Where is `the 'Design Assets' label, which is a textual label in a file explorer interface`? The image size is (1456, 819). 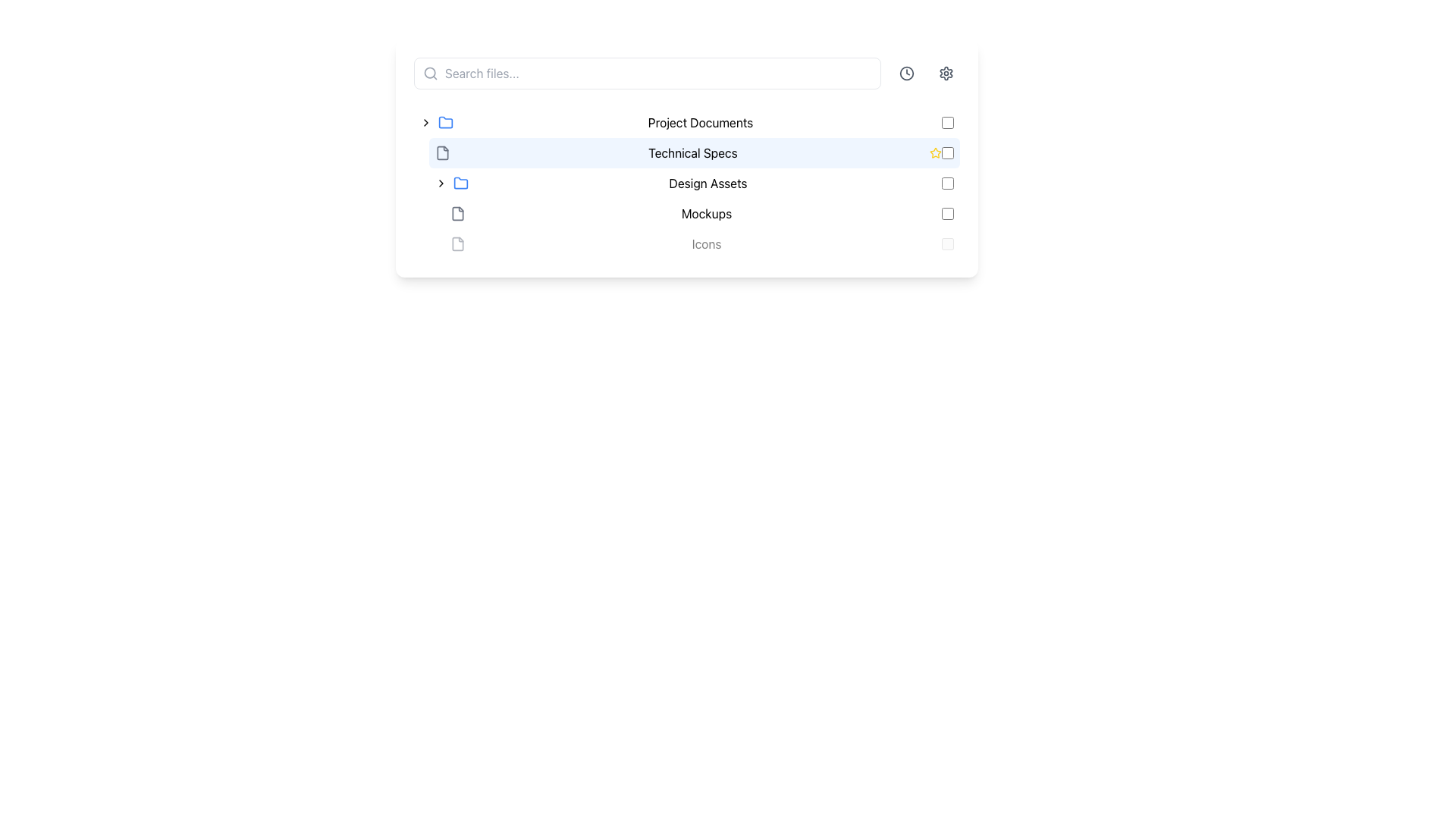
the 'Design Assets' label, which is a textual label in a file explorer interface is located at coordinates (708, 183).